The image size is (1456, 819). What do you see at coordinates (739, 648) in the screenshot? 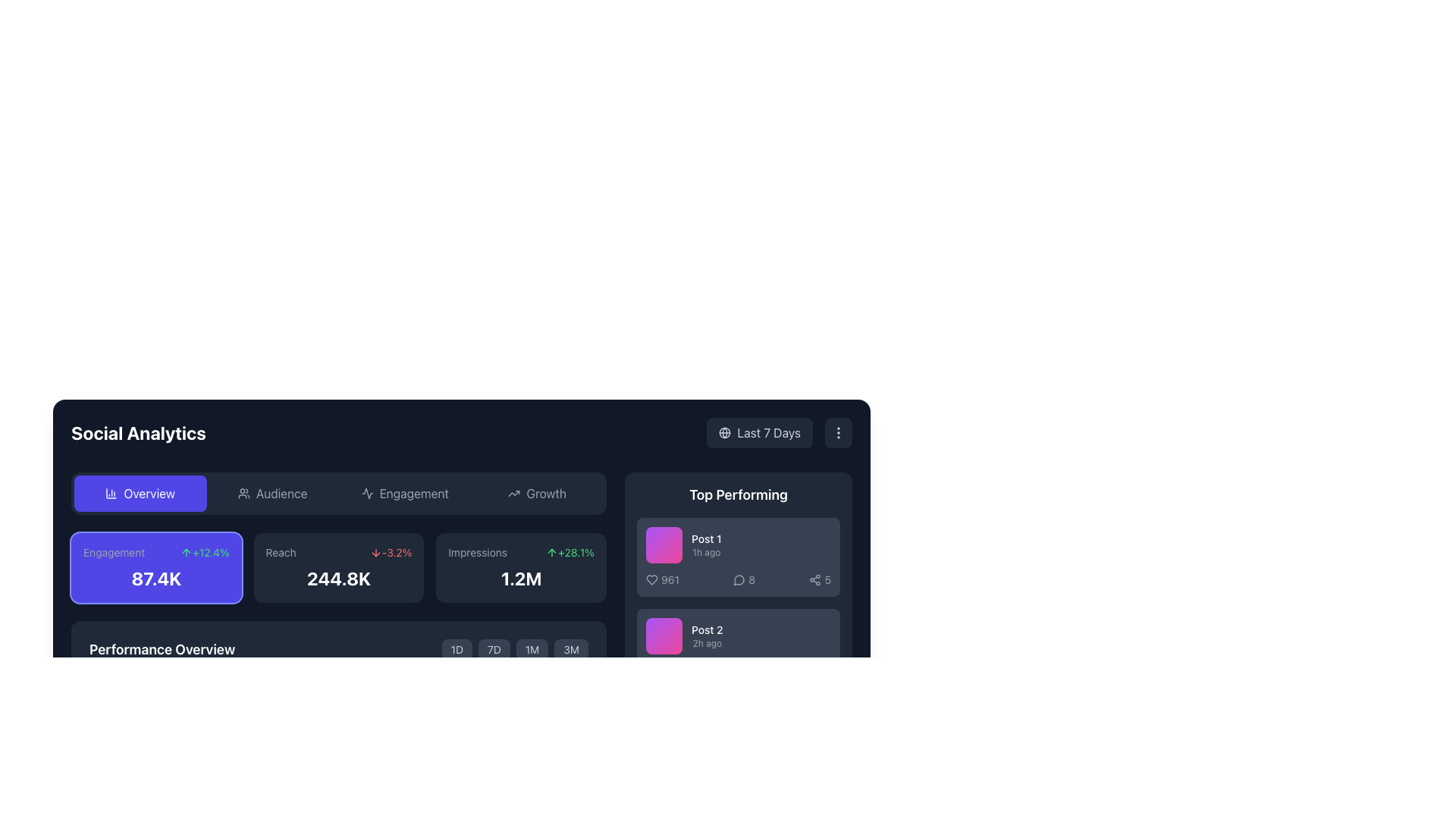
I see `the second post card in the 'Top Performing' section` at bounding box center [739, 648].